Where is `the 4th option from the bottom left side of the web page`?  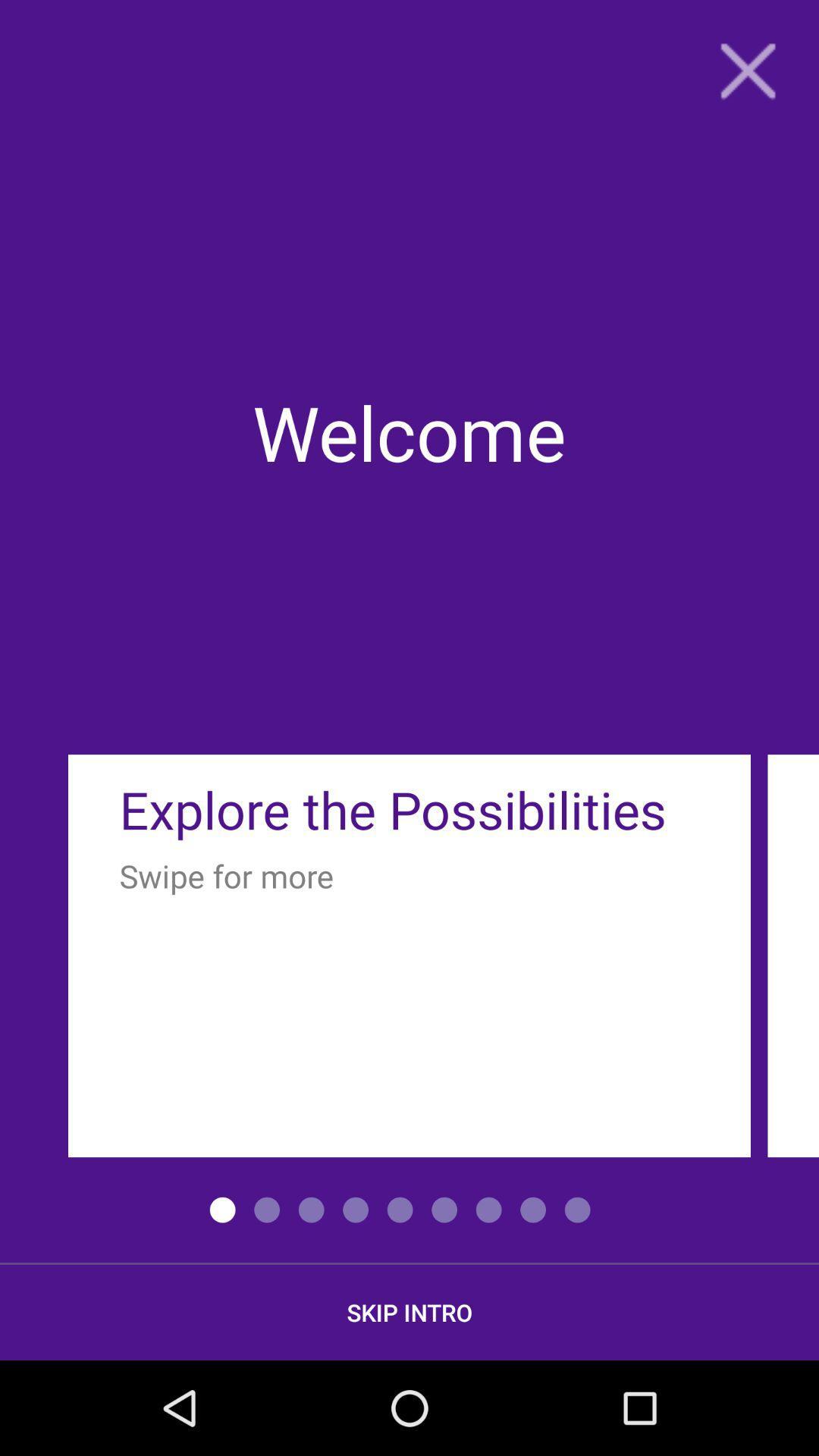
the 4th option from the bottom left side of the web page is located at coordinates (356, 1210).